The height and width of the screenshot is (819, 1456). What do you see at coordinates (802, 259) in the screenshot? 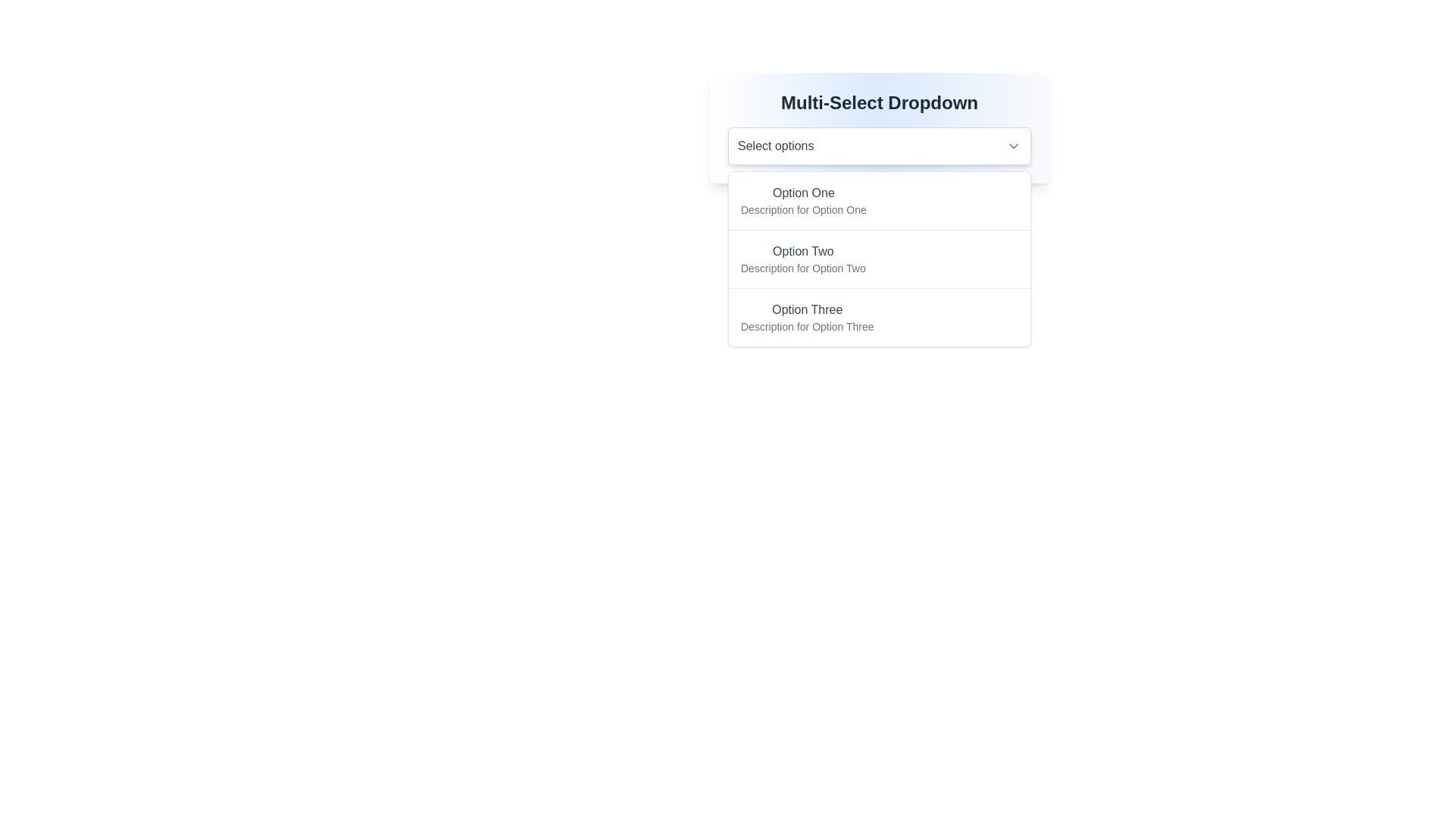
I see `the second dropdown option item labeled 'Option Two' with its description` at bounding box center [802, 259].